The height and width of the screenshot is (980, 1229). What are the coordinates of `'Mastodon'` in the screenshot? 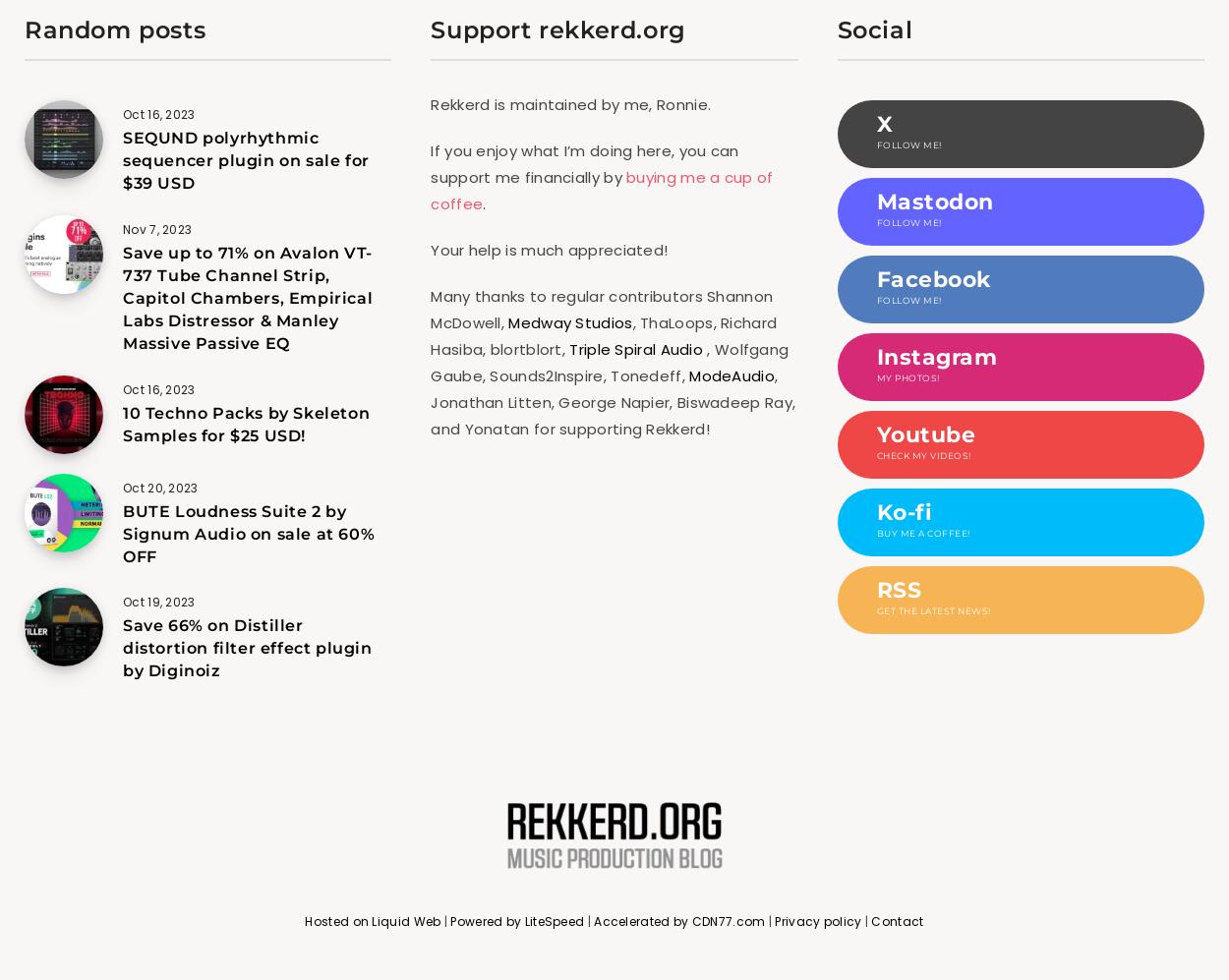 It's located at (933, 202).